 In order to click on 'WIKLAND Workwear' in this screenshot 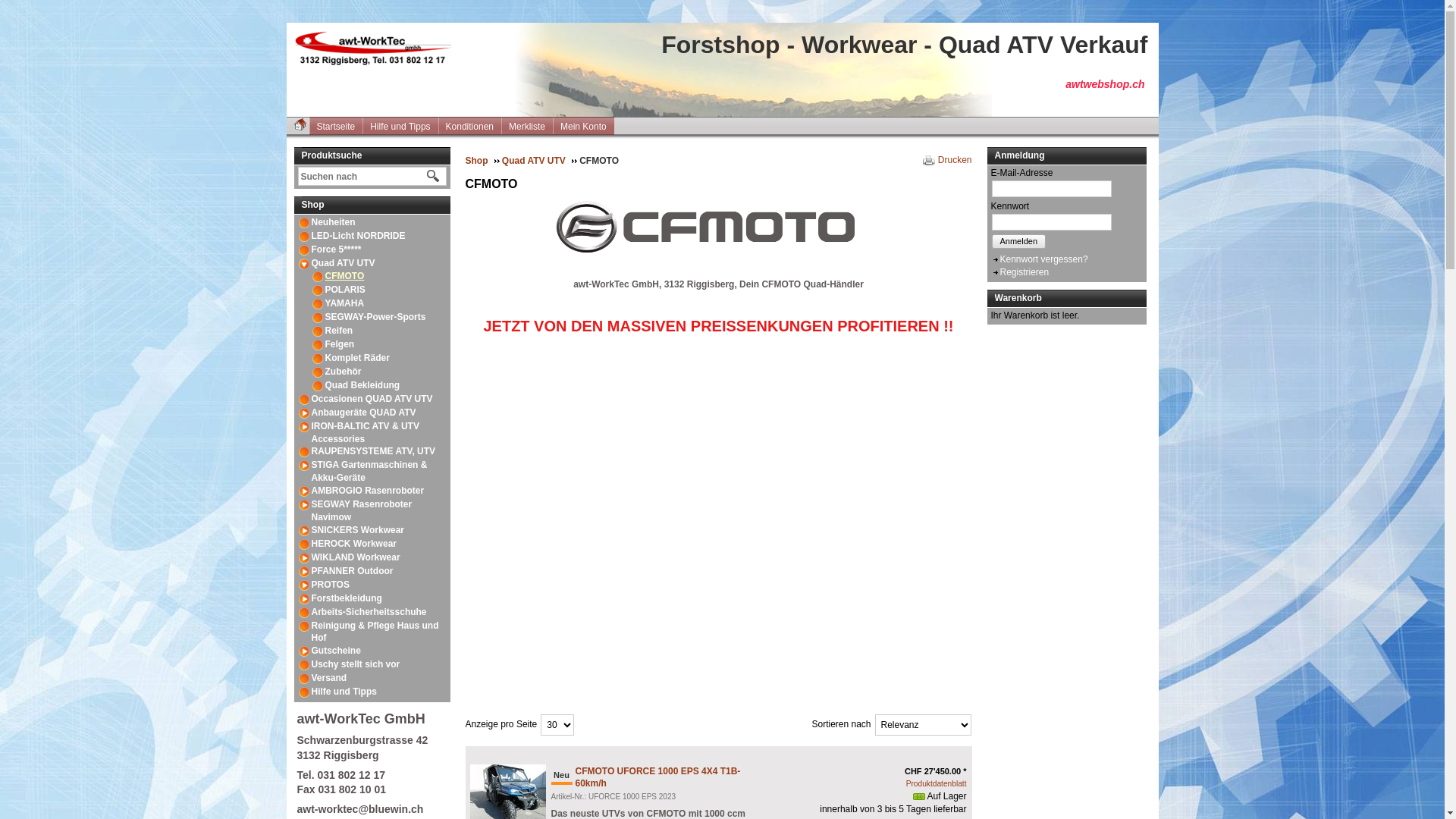, I will do `click(355, 557)`.